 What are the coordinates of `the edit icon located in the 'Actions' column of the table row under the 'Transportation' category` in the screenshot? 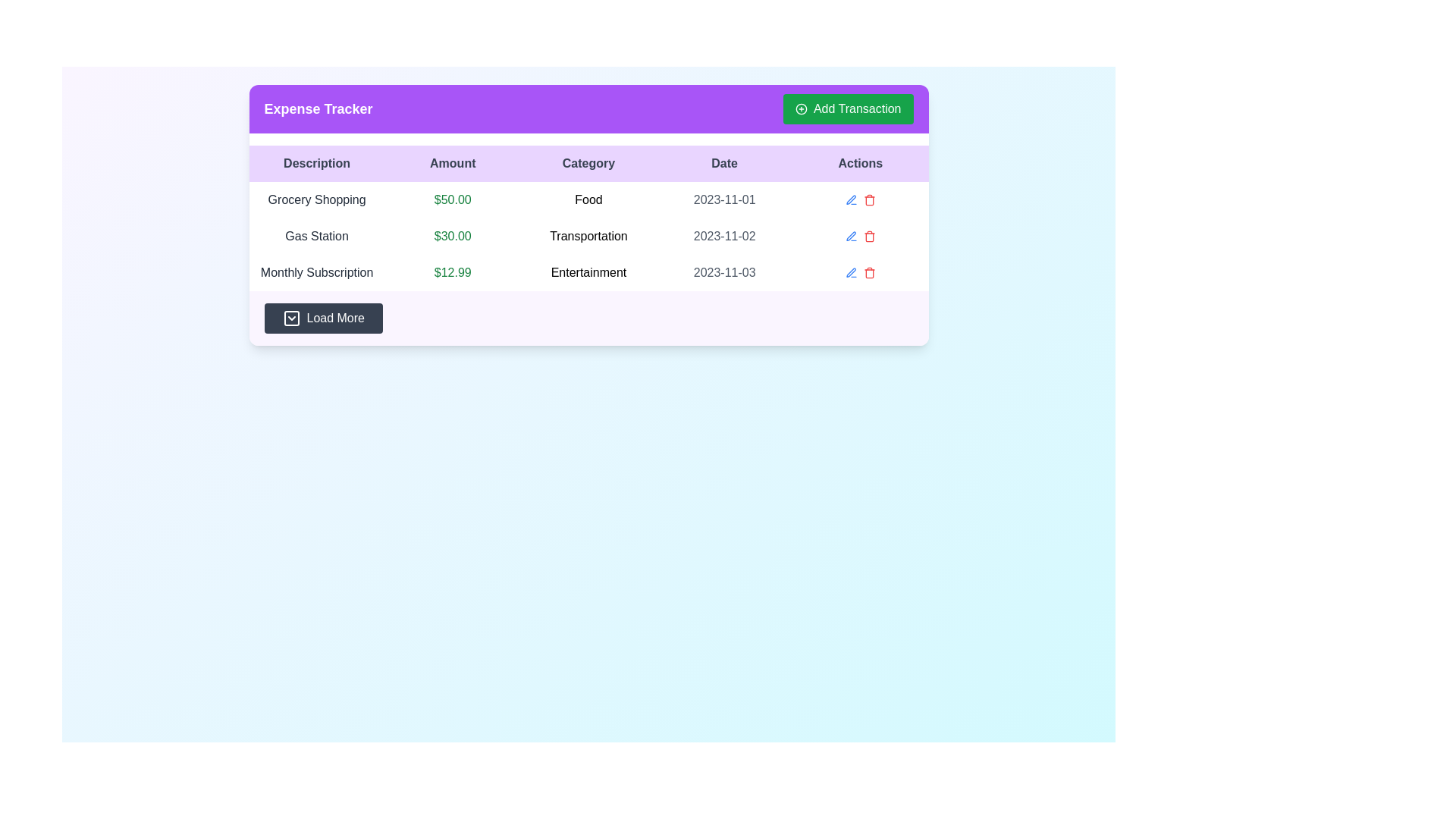 It's located at (851, 237).